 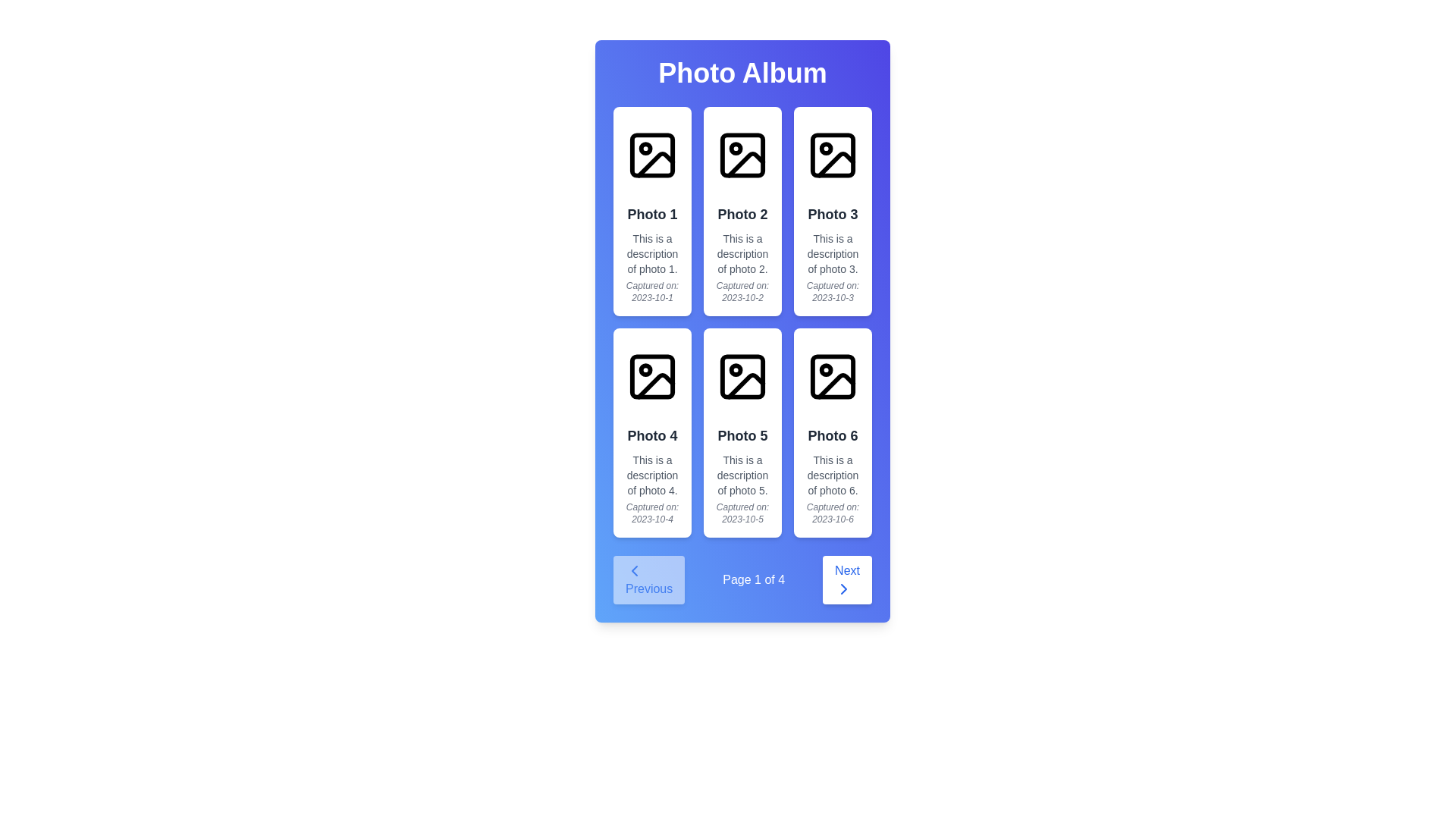 I want to click on the text label reading 'Page 1 of 4', which is displayed in white on a blue background and positioned between the 'Previous' and 'Next' navigation buttons, so click(x=754, y=579).